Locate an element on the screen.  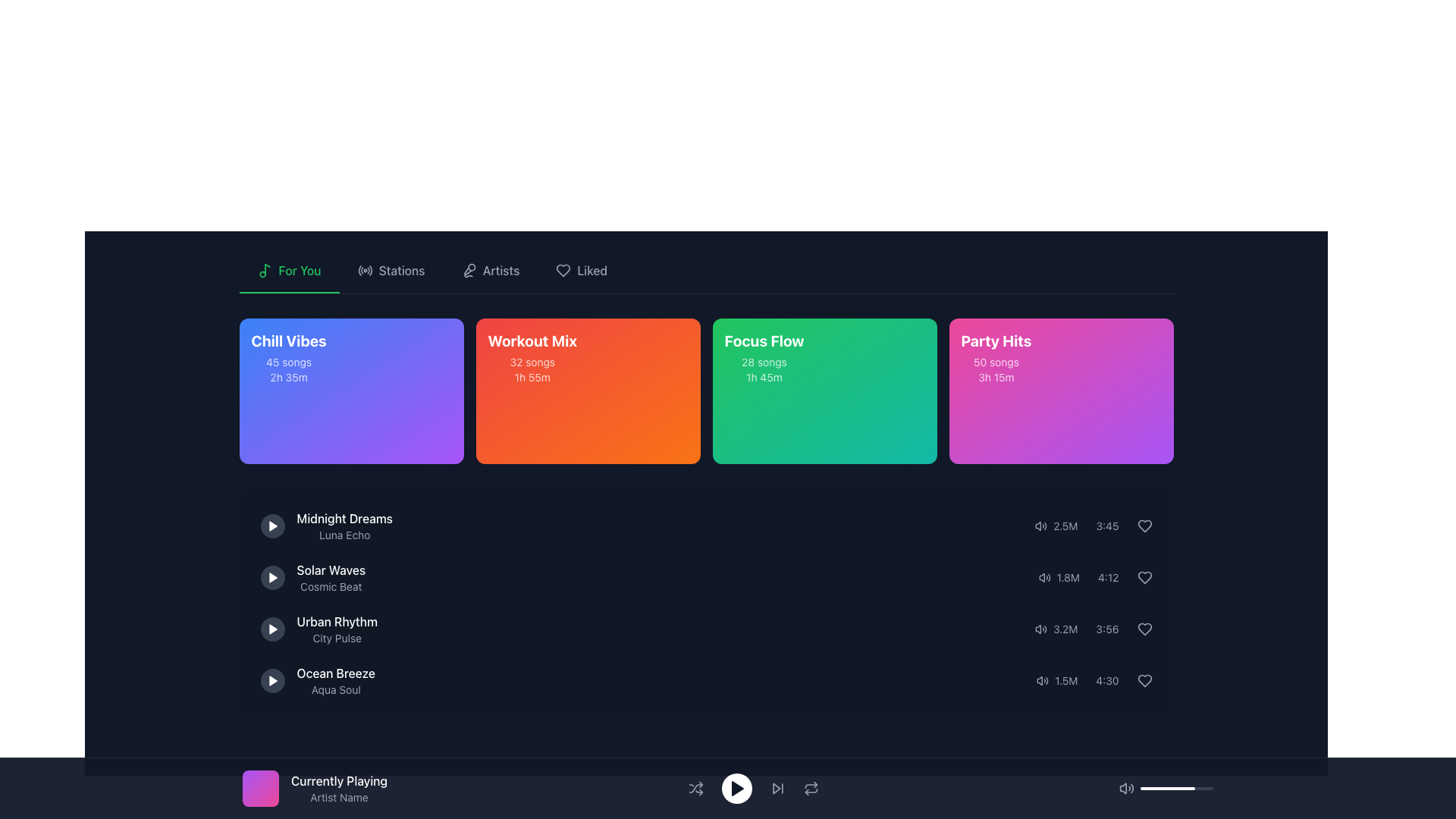
the volume is located at coordinates (1185, 788).